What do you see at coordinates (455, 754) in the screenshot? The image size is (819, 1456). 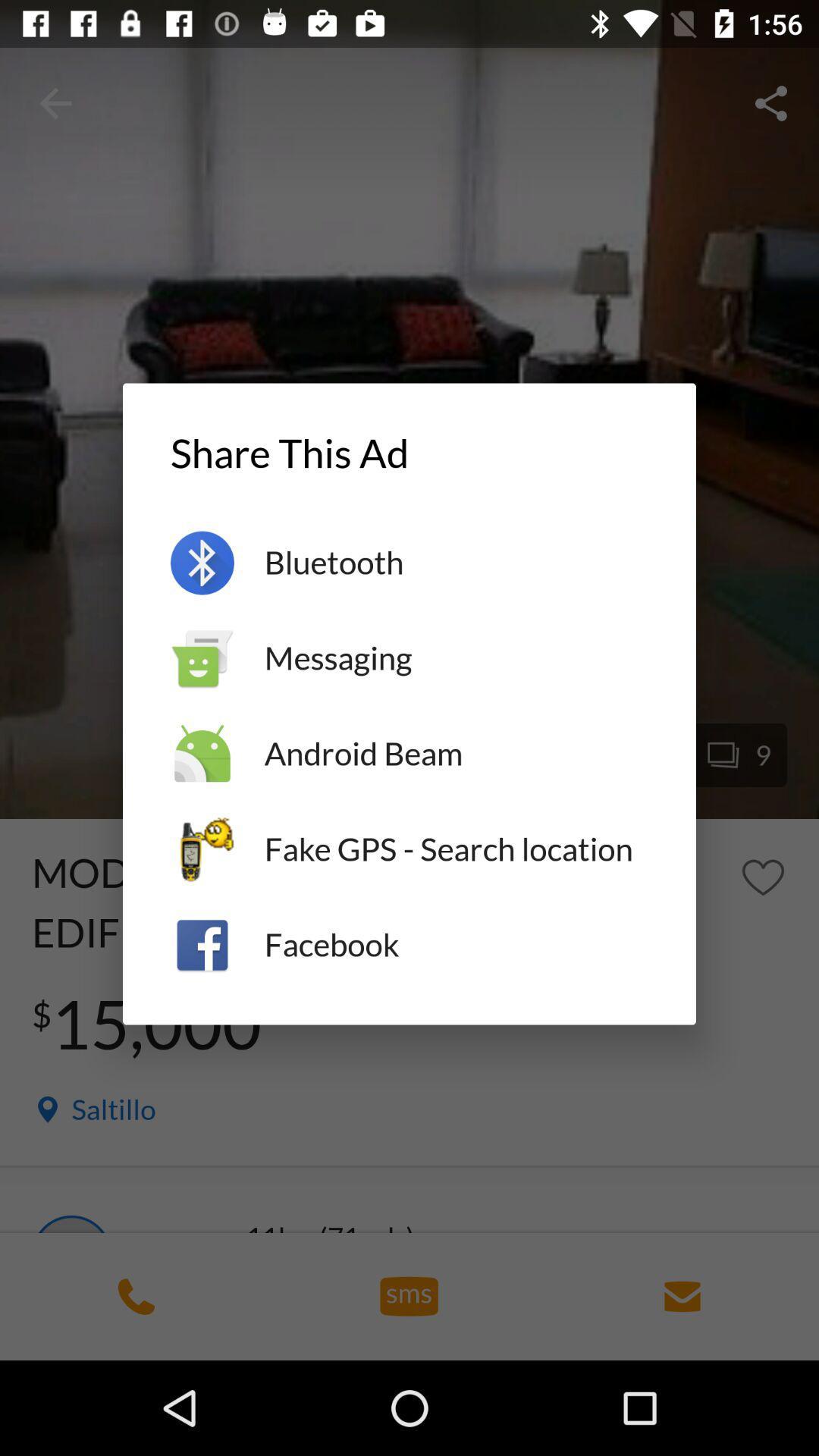 I see `the android beam` at bounding box center [455, 754].